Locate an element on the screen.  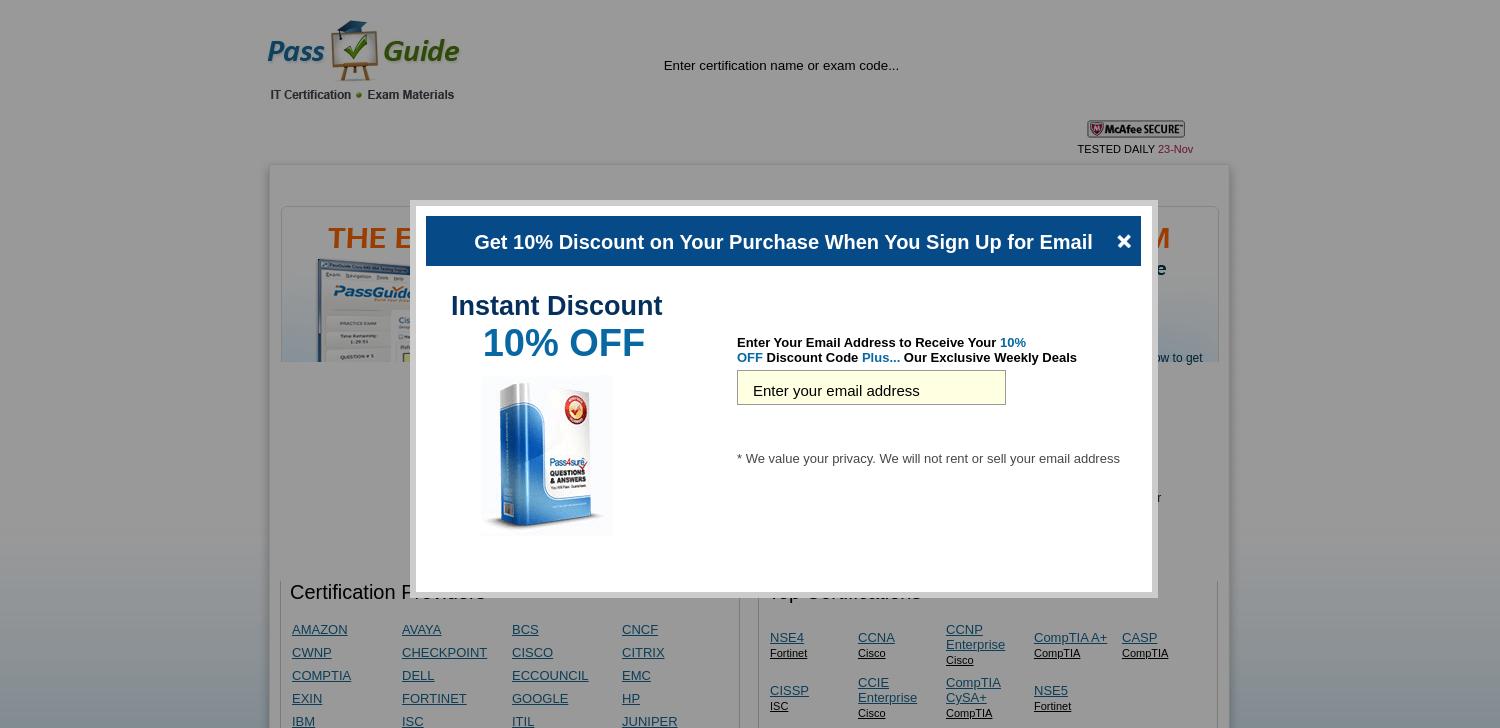
'CWNP' is located at coordinates (311, 652).